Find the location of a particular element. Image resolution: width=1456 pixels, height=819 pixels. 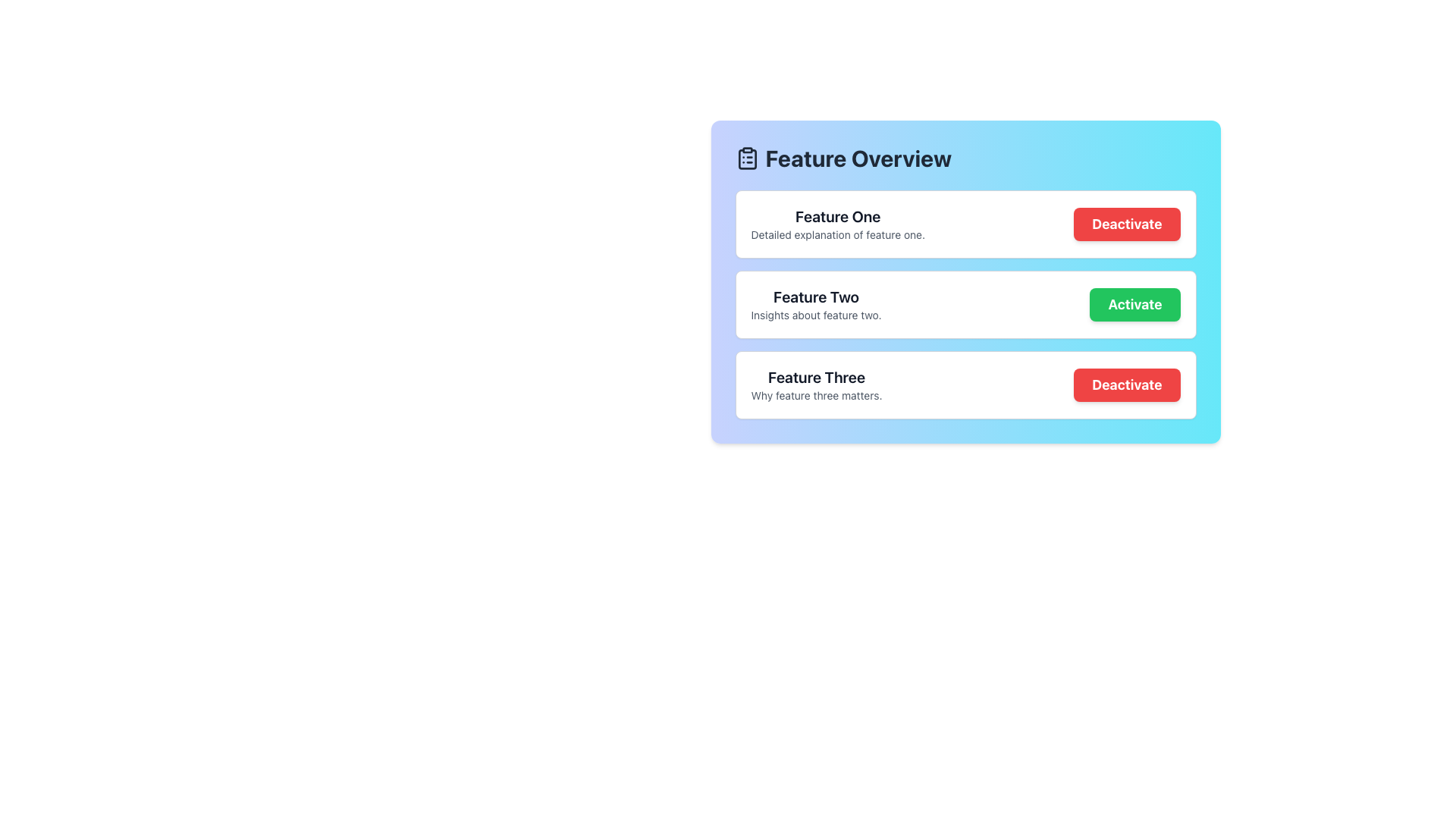

the text label that reads 'Insights about feature two.', which is styled in a smaller gray font and located below the title 'Feature Two' within a card-style component is located at coordinates (815, 315).